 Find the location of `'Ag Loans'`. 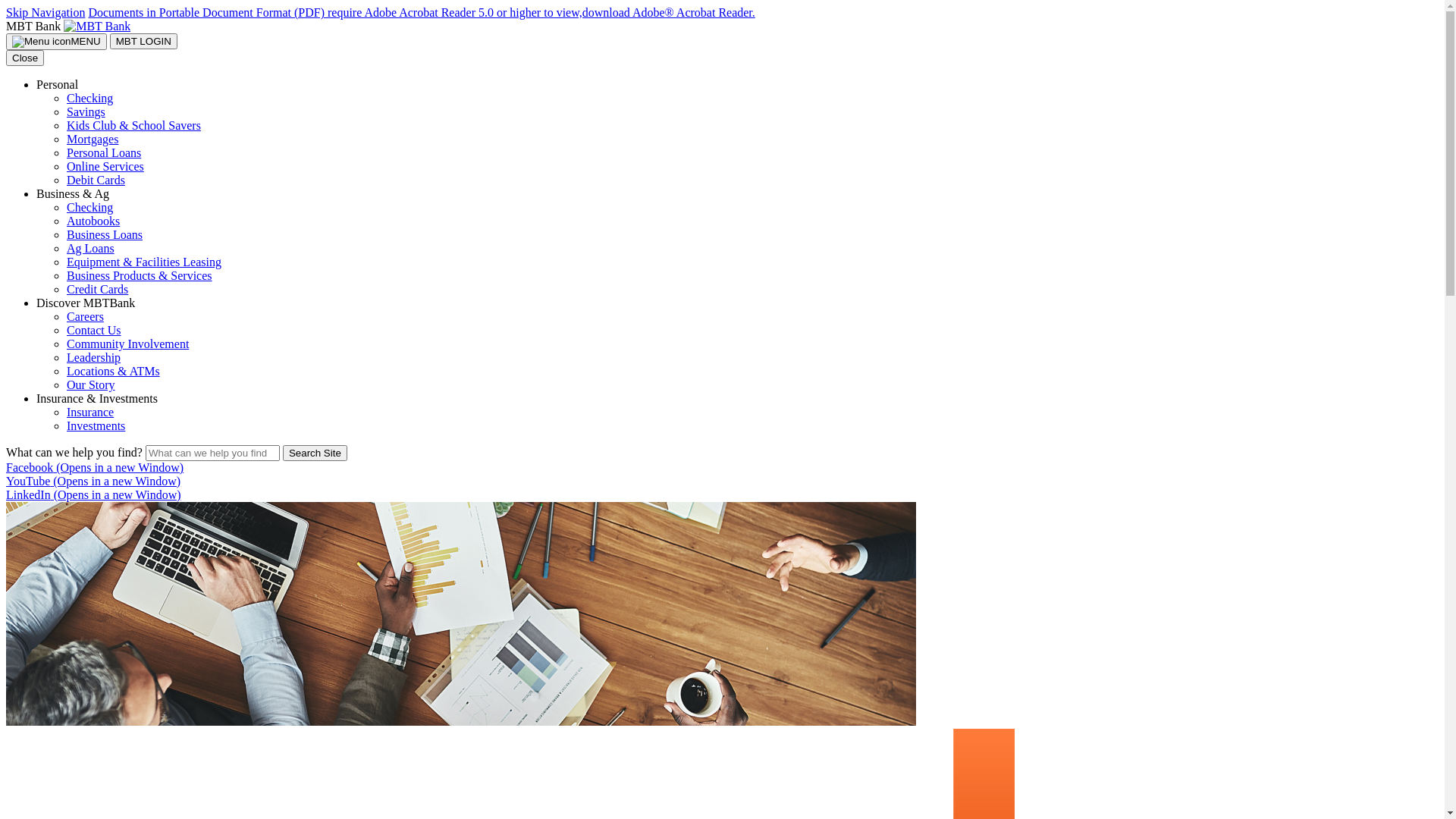

'Ag Loans' is located at coordinates (65, 247).